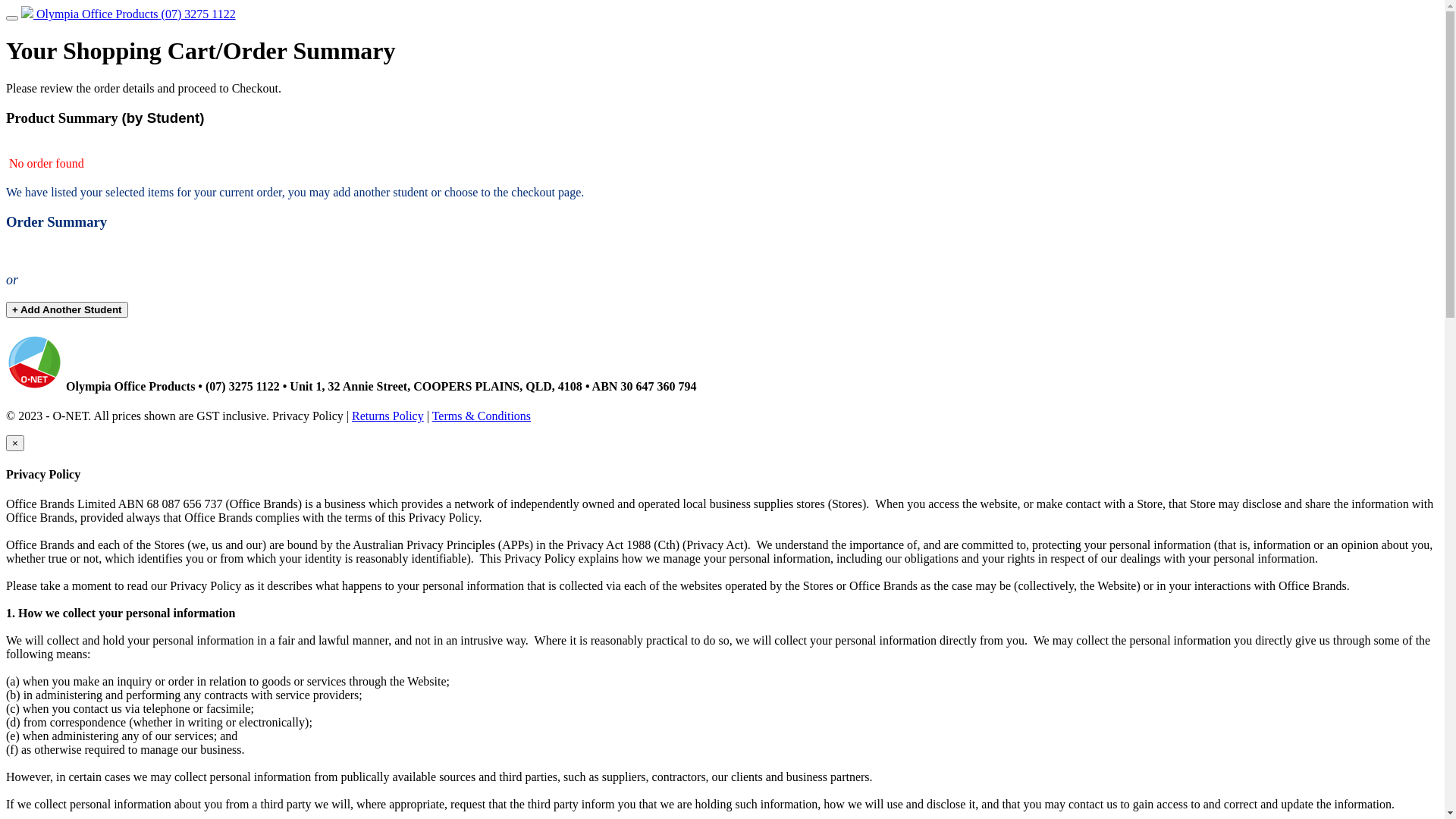 This screenshot has height=819, width=1456. What do you see at coordinates (128, 14) in the screenshot?
I see `'Olympia Office Products (07) 3275 1122'` at bounding box center [128, 14].